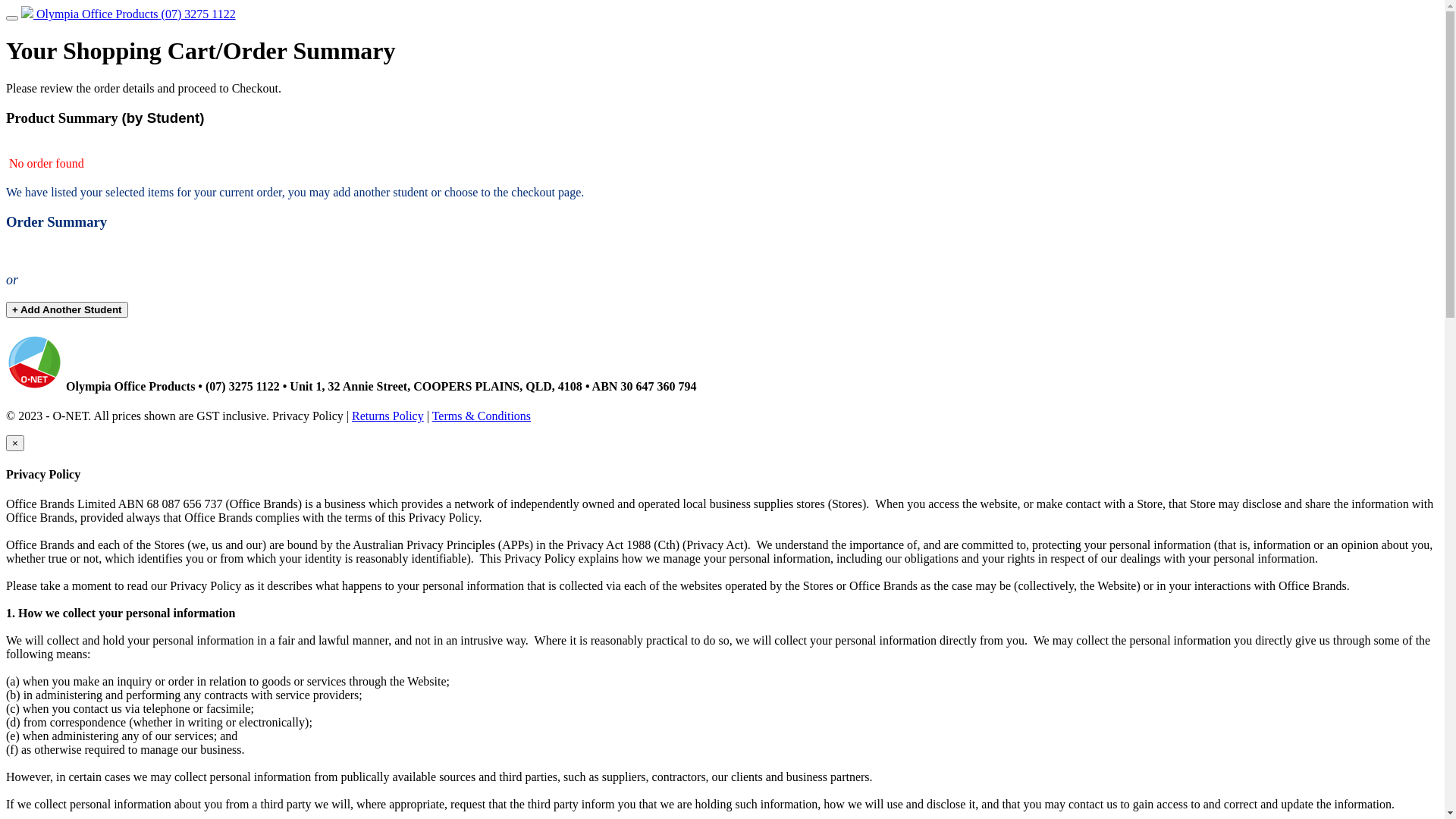 This screenshot has height=819, width=1456. What do you see at coordinates (128, 14) in the screenshot?
I see `'Olympia Office Products (07) 3275 1122'` at bounding box center [128, 14].